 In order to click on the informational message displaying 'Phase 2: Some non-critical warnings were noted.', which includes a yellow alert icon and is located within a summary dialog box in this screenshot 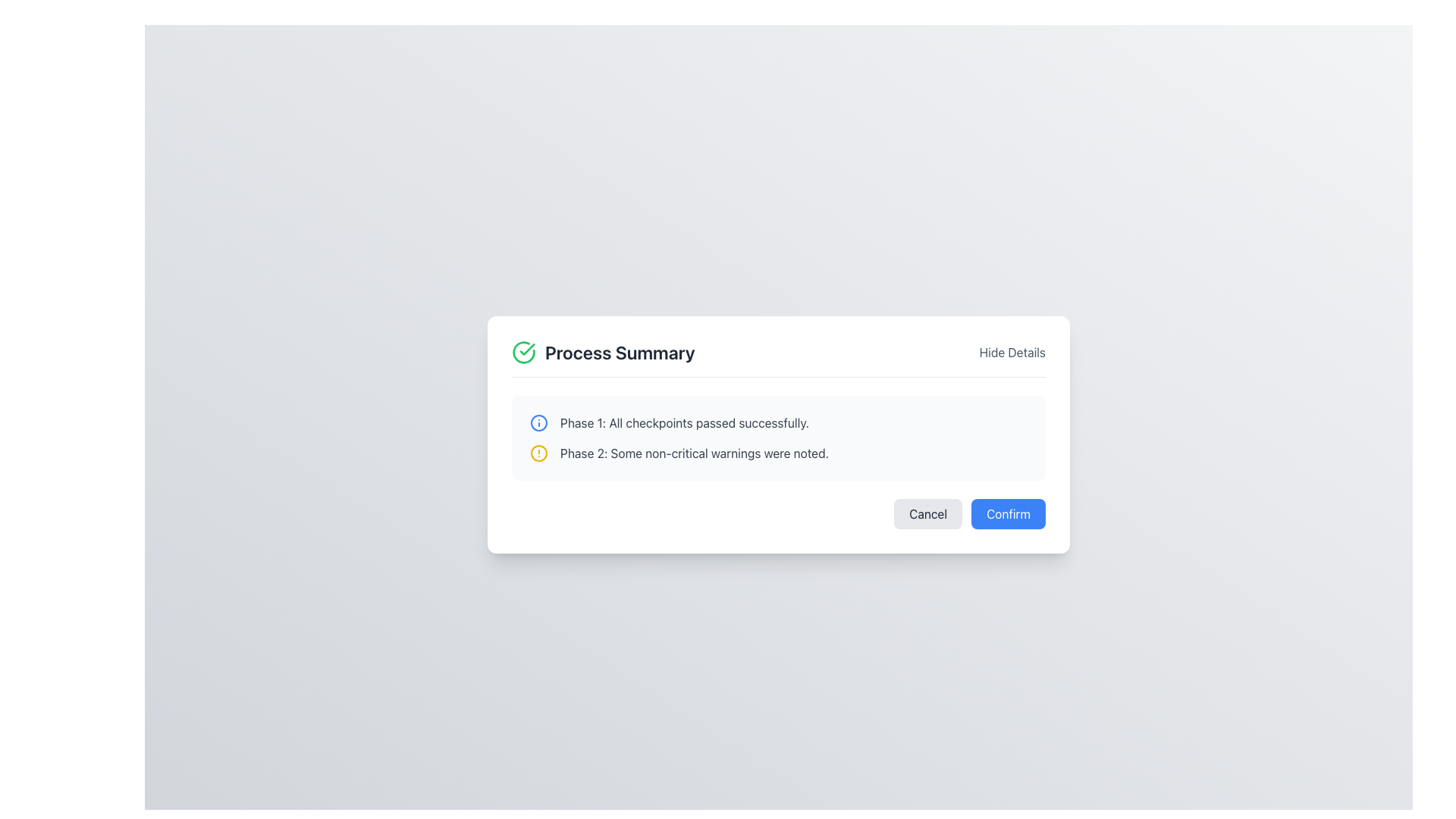, I will do `click(779, 452)`.